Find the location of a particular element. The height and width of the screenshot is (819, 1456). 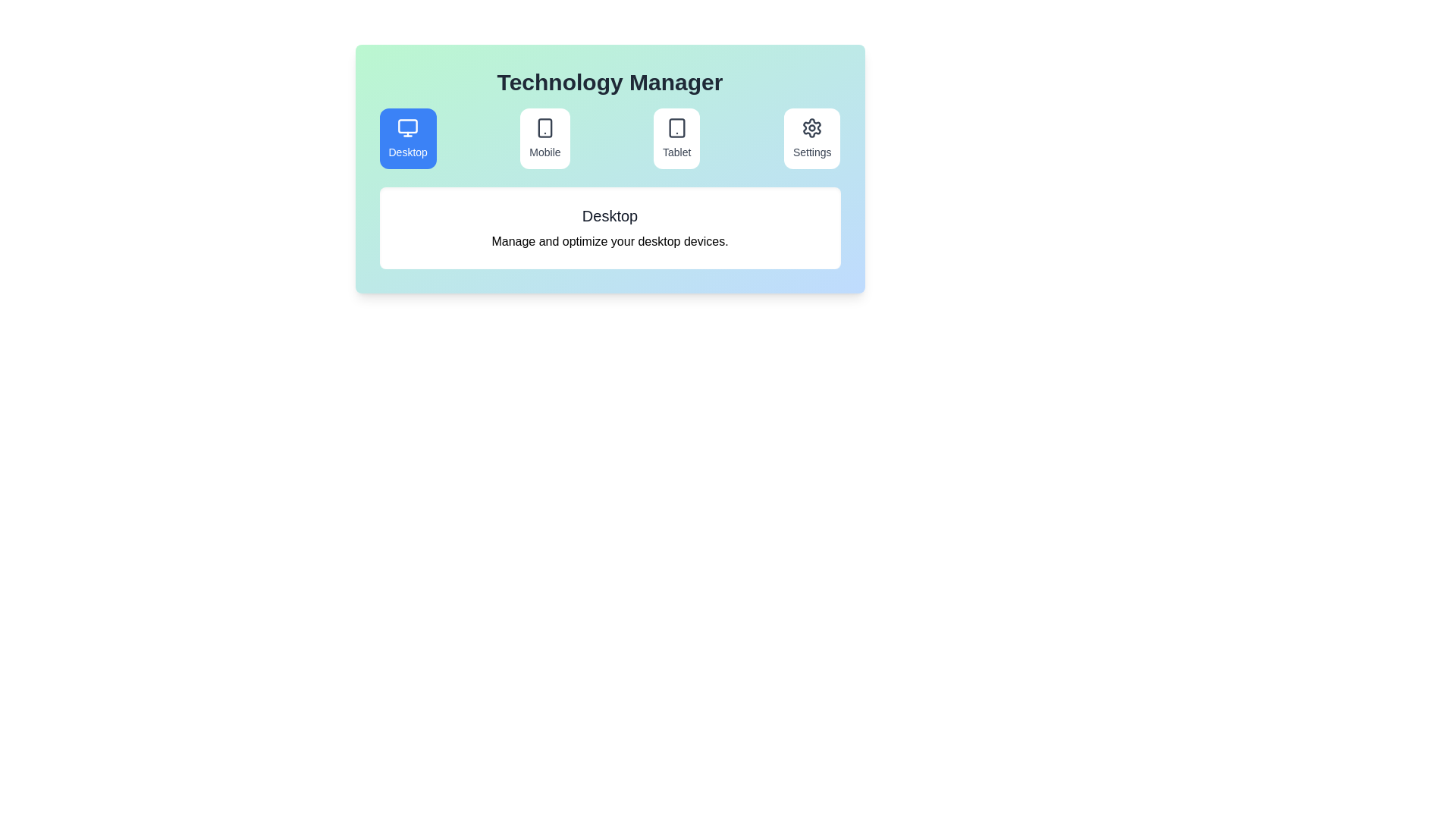

the Settings tab to switch to its section is located at coordinates (811, 138).